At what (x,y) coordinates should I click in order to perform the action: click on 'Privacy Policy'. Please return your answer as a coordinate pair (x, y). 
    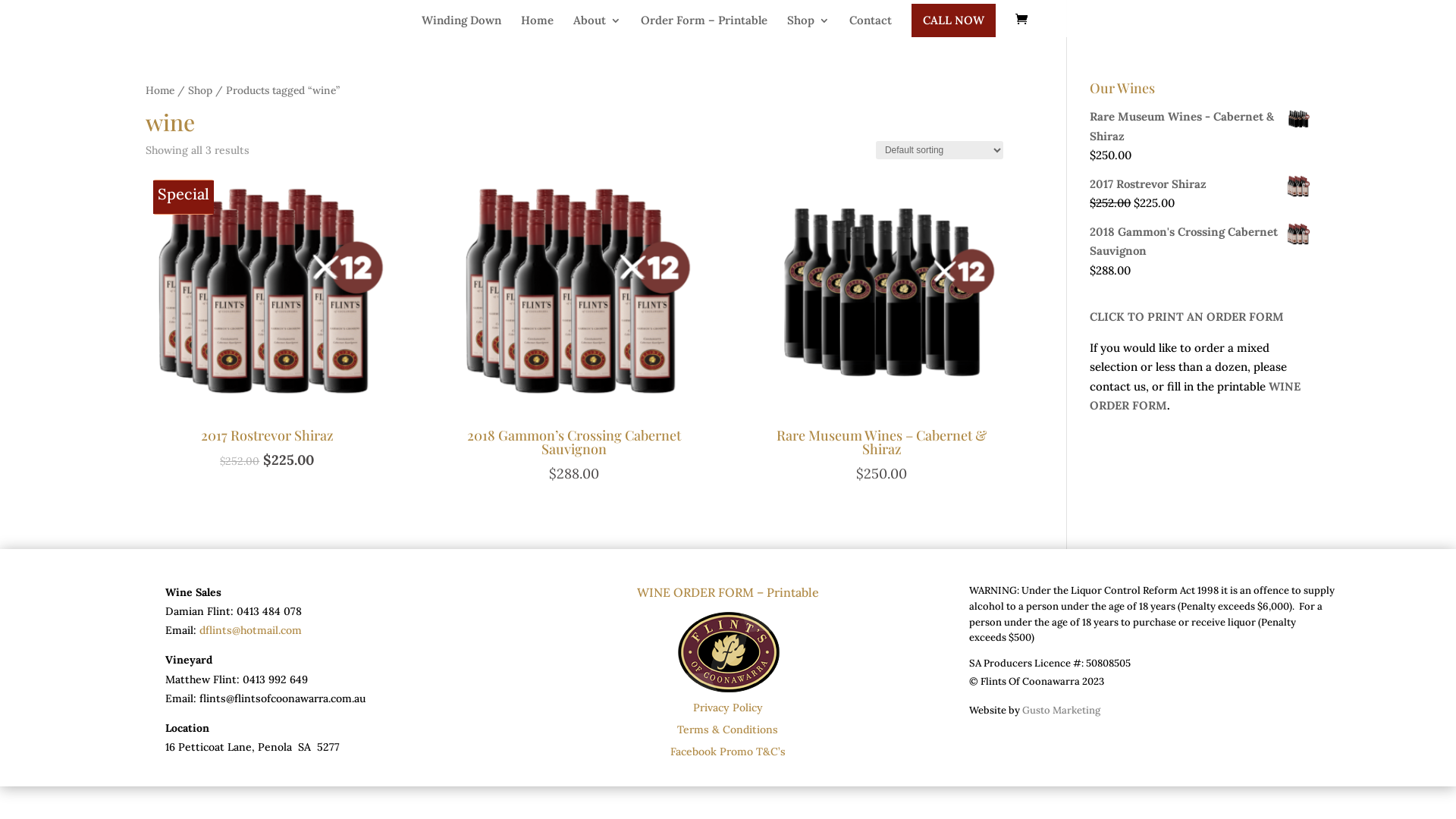
    Looking at the image, I should click on (728, 708).